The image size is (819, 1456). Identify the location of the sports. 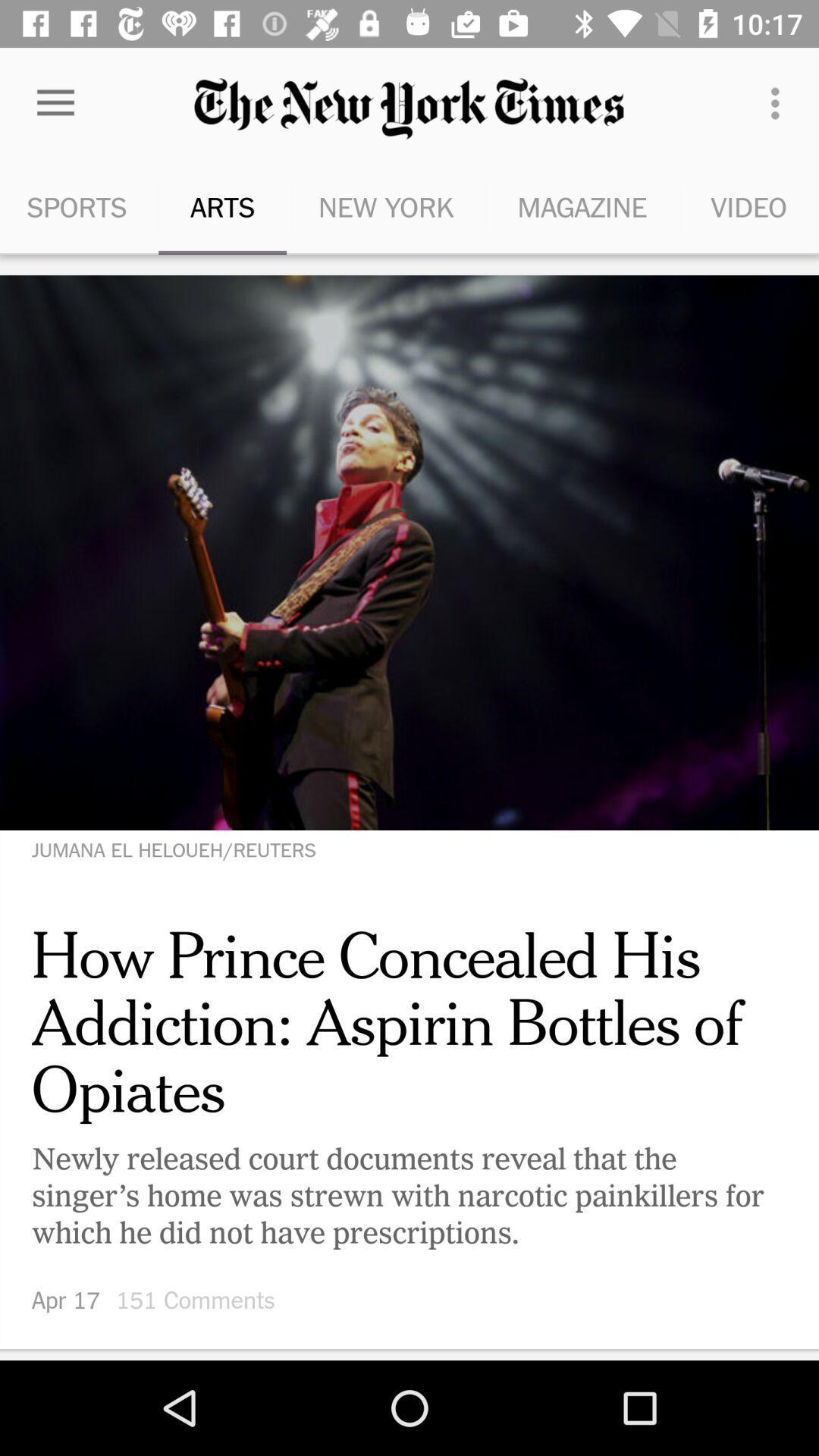
(79, 206).